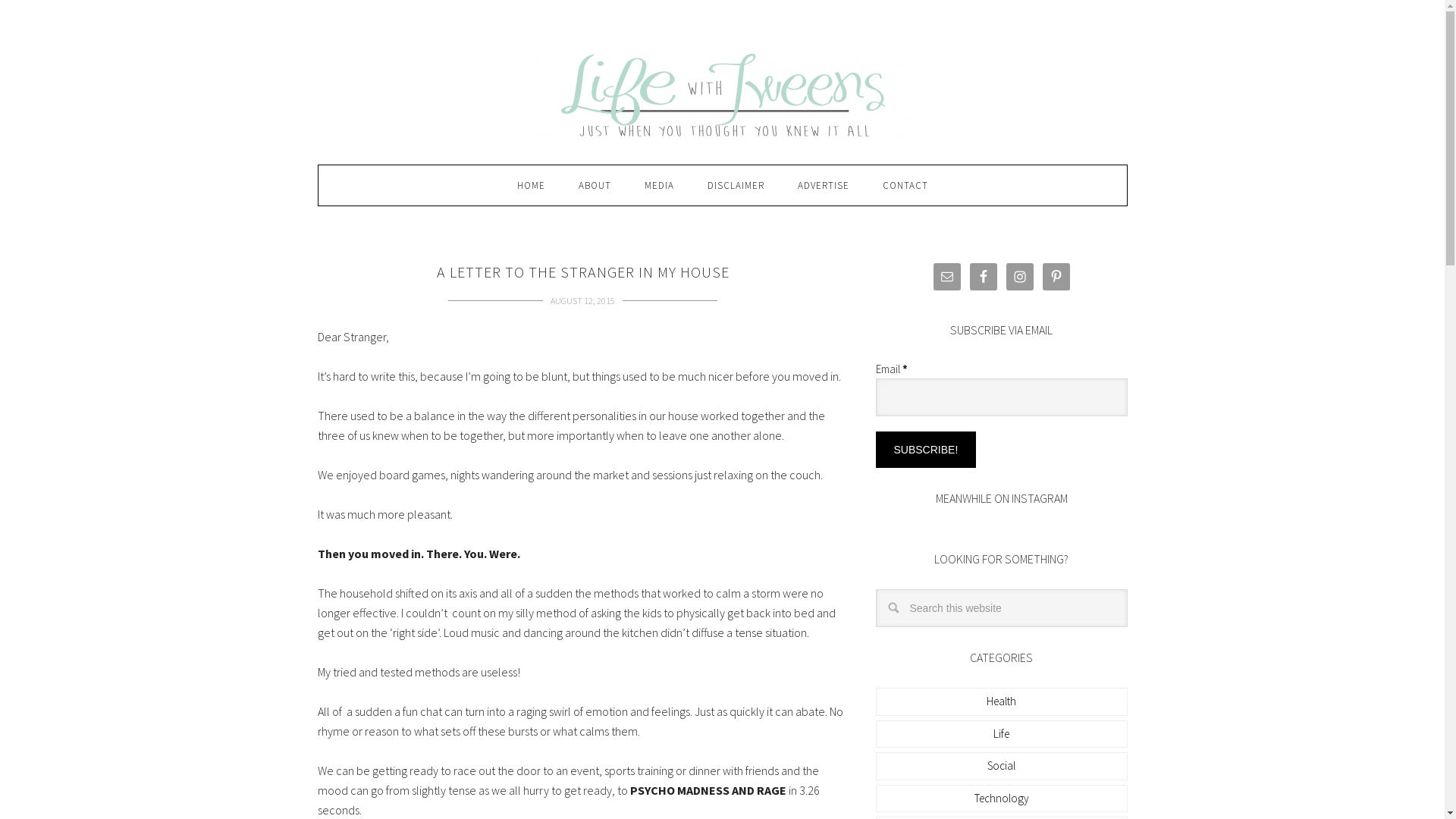 The width and height of the screenshot is (1456, 819). I want to click on 'Social', so click(987, 765).